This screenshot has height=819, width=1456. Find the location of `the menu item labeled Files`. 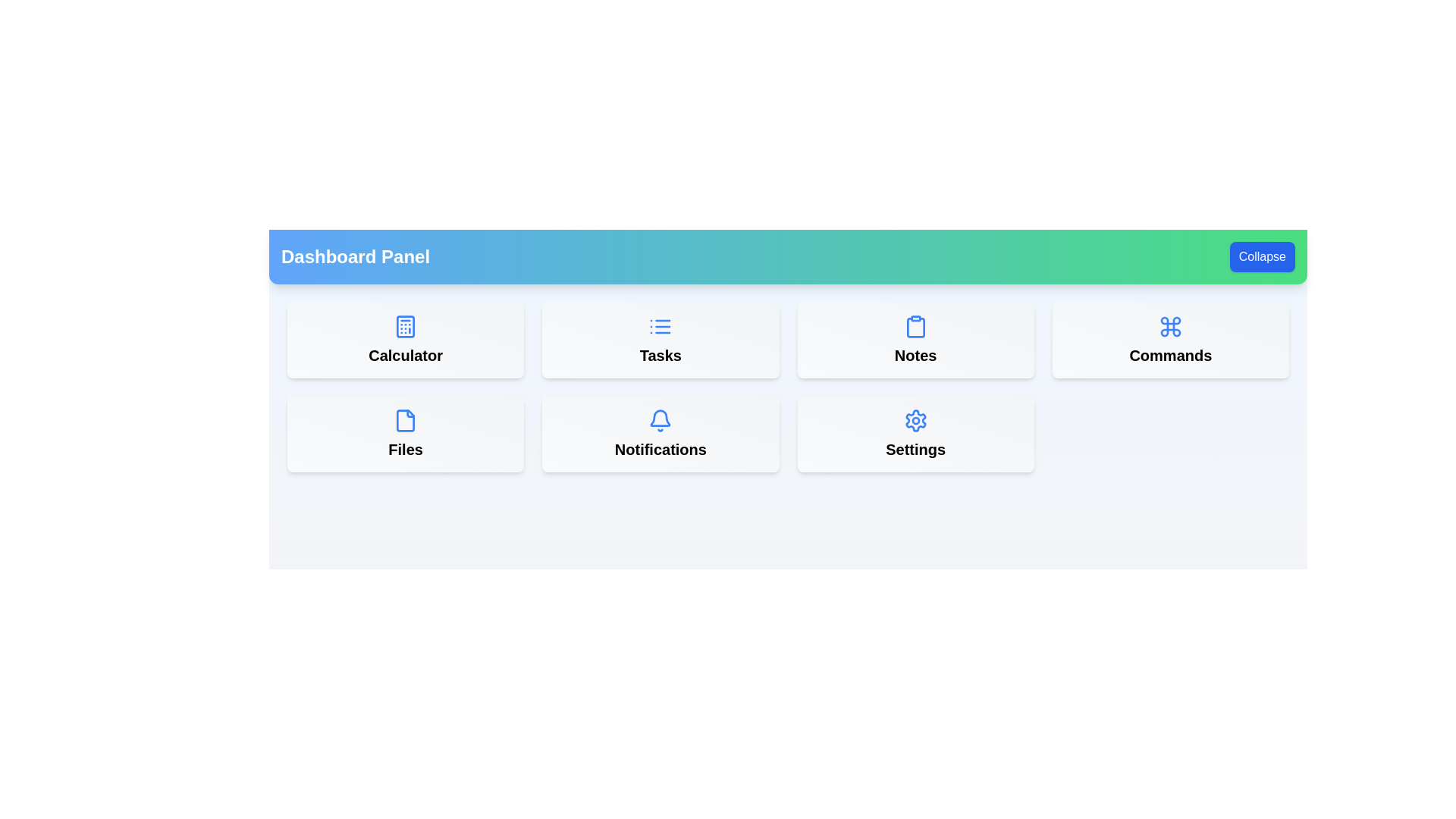

the menu item labeled Files is located at coordinates (405, 435).